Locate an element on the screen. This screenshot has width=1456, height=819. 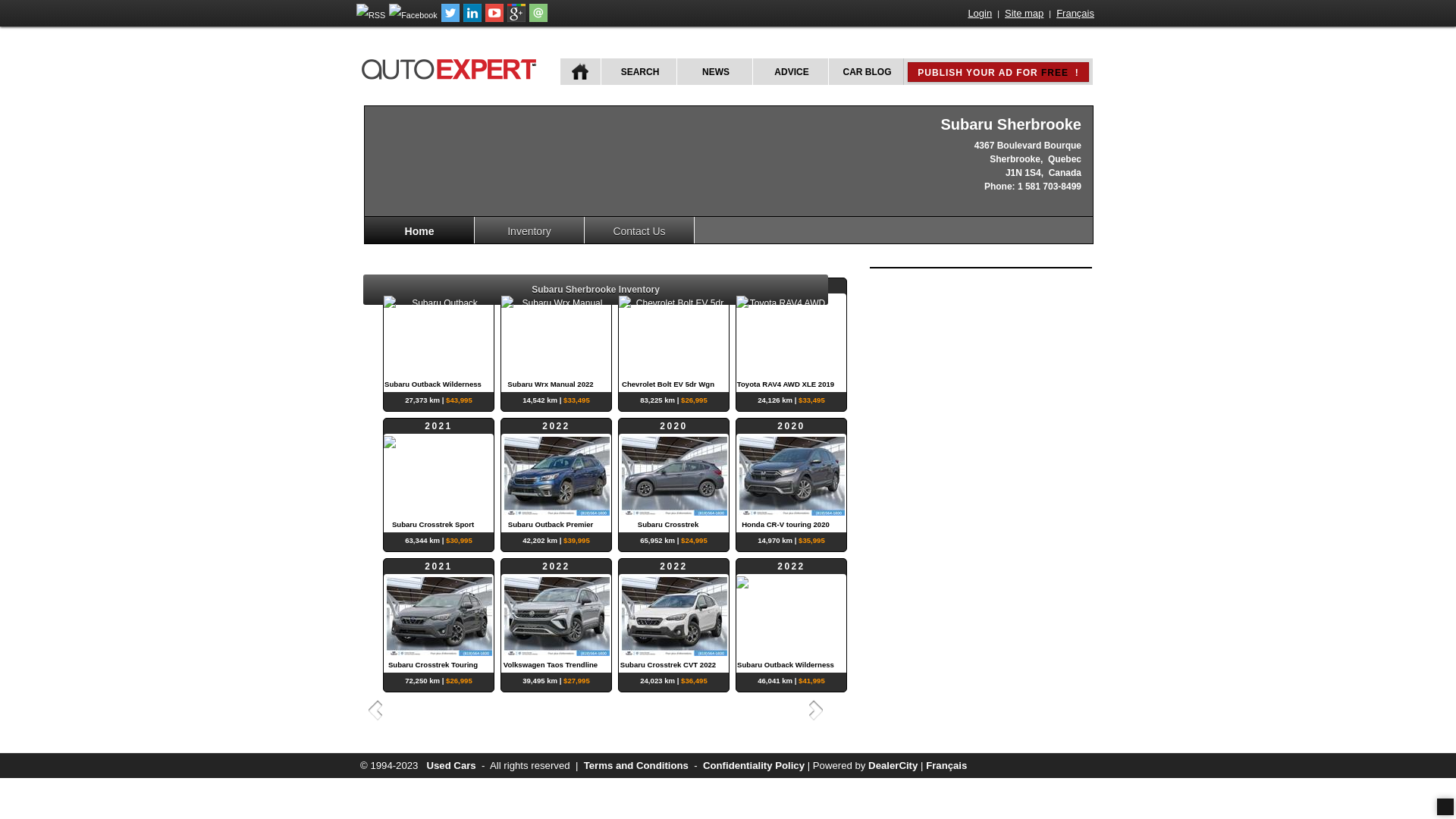
'SEARCH' is located at coordinates (638, 71).